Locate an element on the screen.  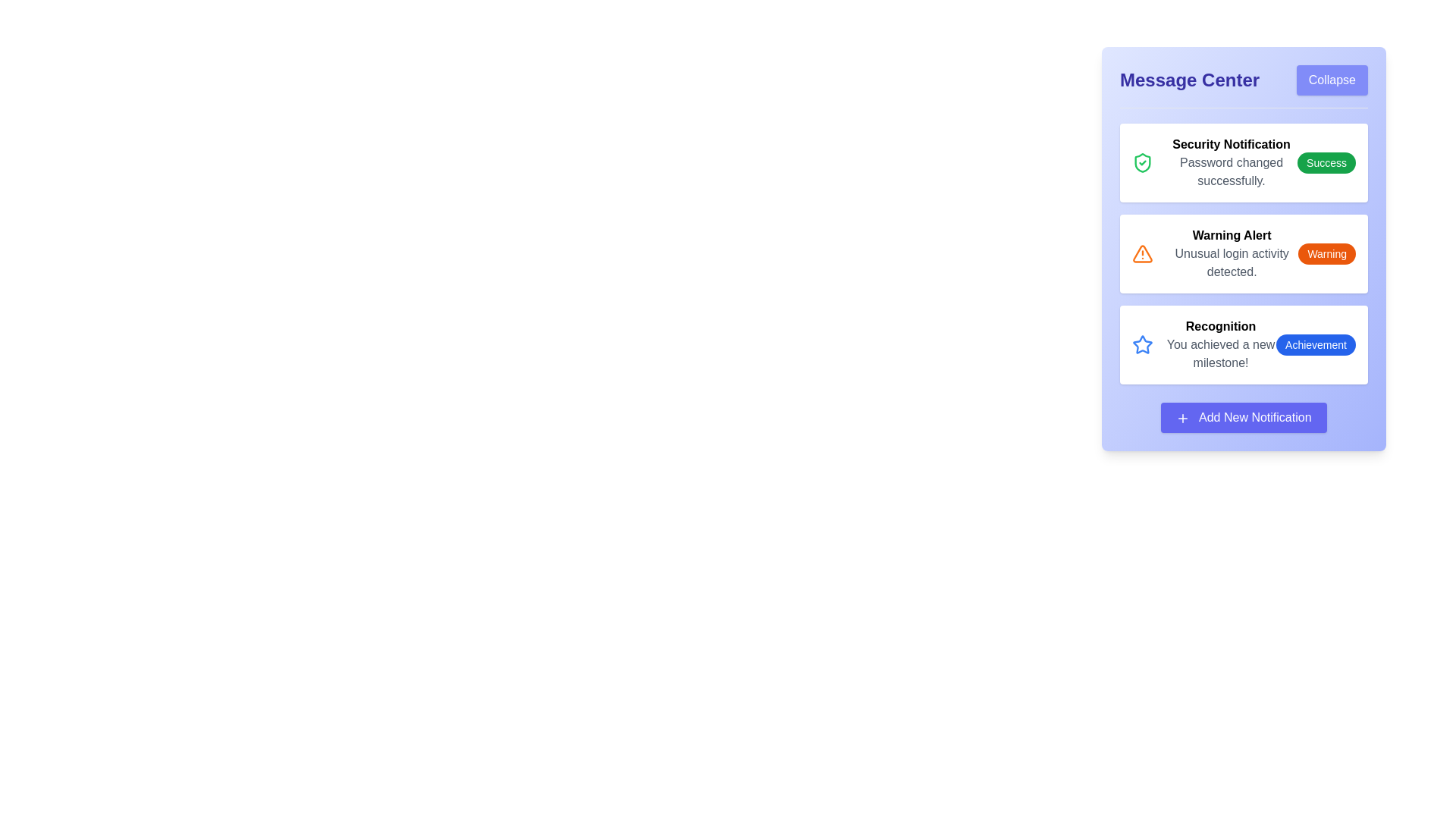
the decorative security icon linked to the password change notification located in the topmost 'Security Notification' entry of the 'Message Center' panel is located at coordinates (1143, 163).